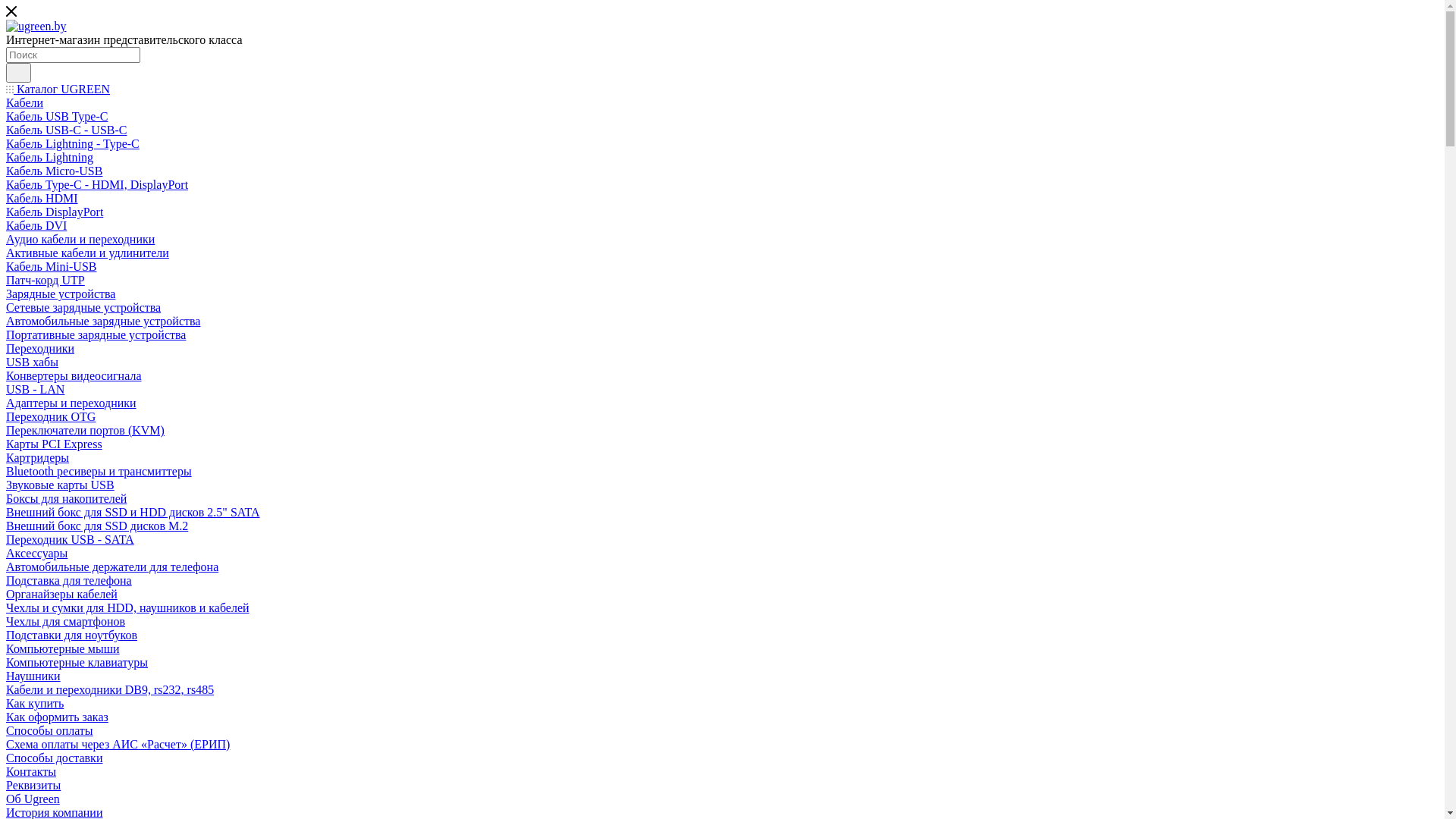  I want to click on 'ugreen.by', so click(36, 26).